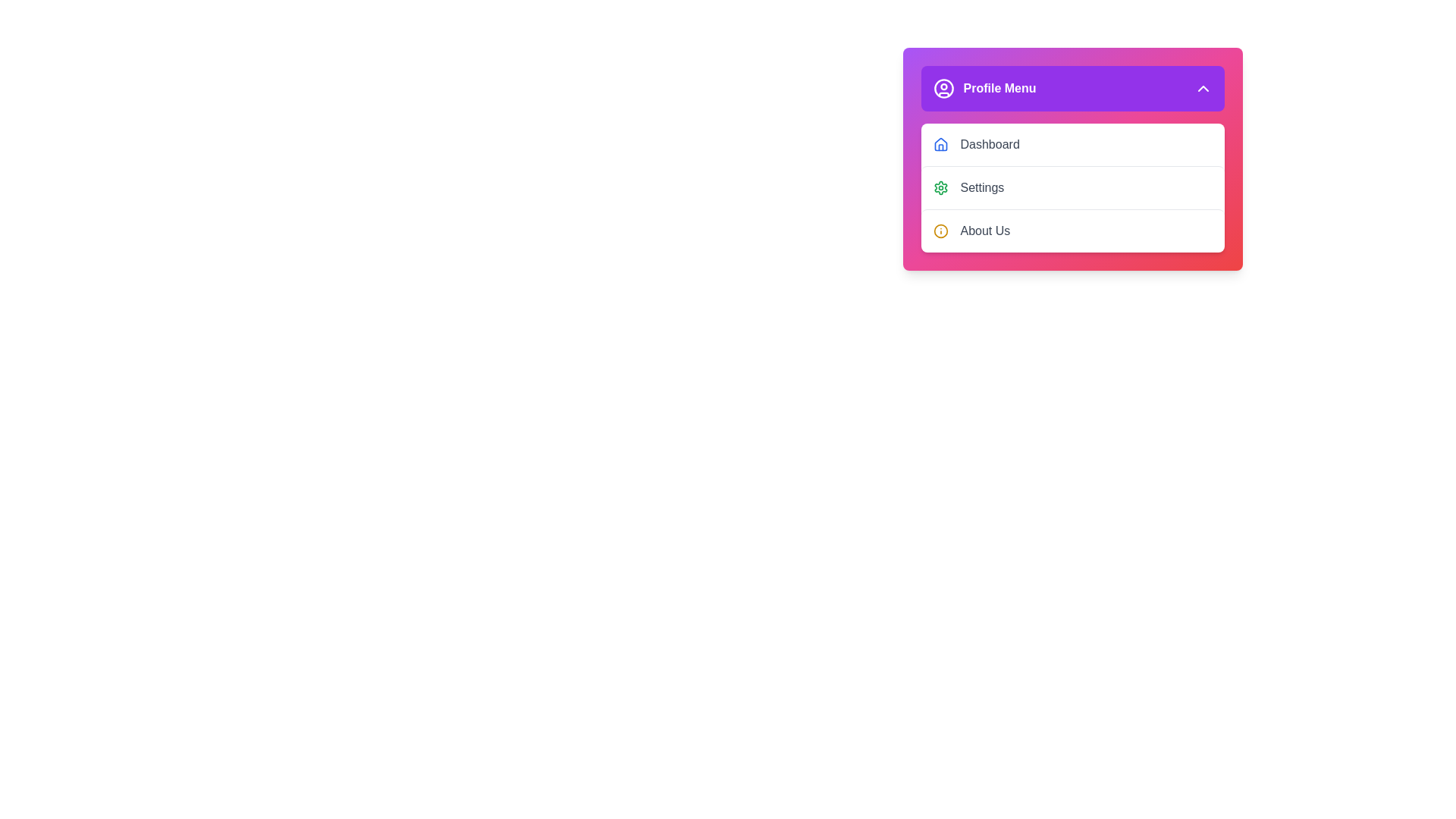 The height and width of the screenshot is (819, 1456). What do you see at coordinates (1072, 88) in the screenshot?
I see `the 'Profile Menu' button to toggle the visibility of the menu` at bounding box center [1072, 88].